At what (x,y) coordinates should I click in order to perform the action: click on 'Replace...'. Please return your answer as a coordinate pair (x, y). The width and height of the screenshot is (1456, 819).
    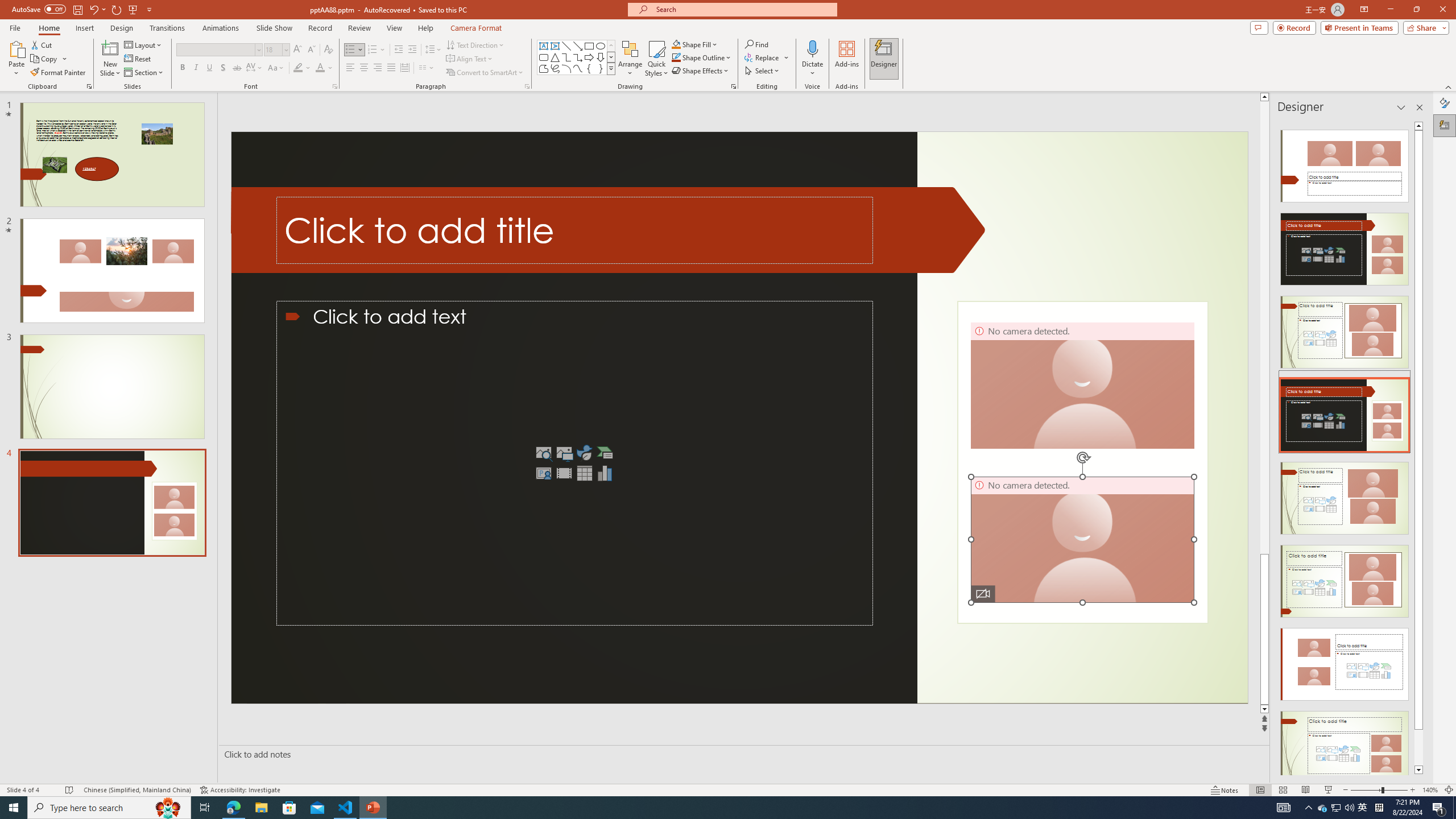
    Looking at the image, I should click on (763, 56).